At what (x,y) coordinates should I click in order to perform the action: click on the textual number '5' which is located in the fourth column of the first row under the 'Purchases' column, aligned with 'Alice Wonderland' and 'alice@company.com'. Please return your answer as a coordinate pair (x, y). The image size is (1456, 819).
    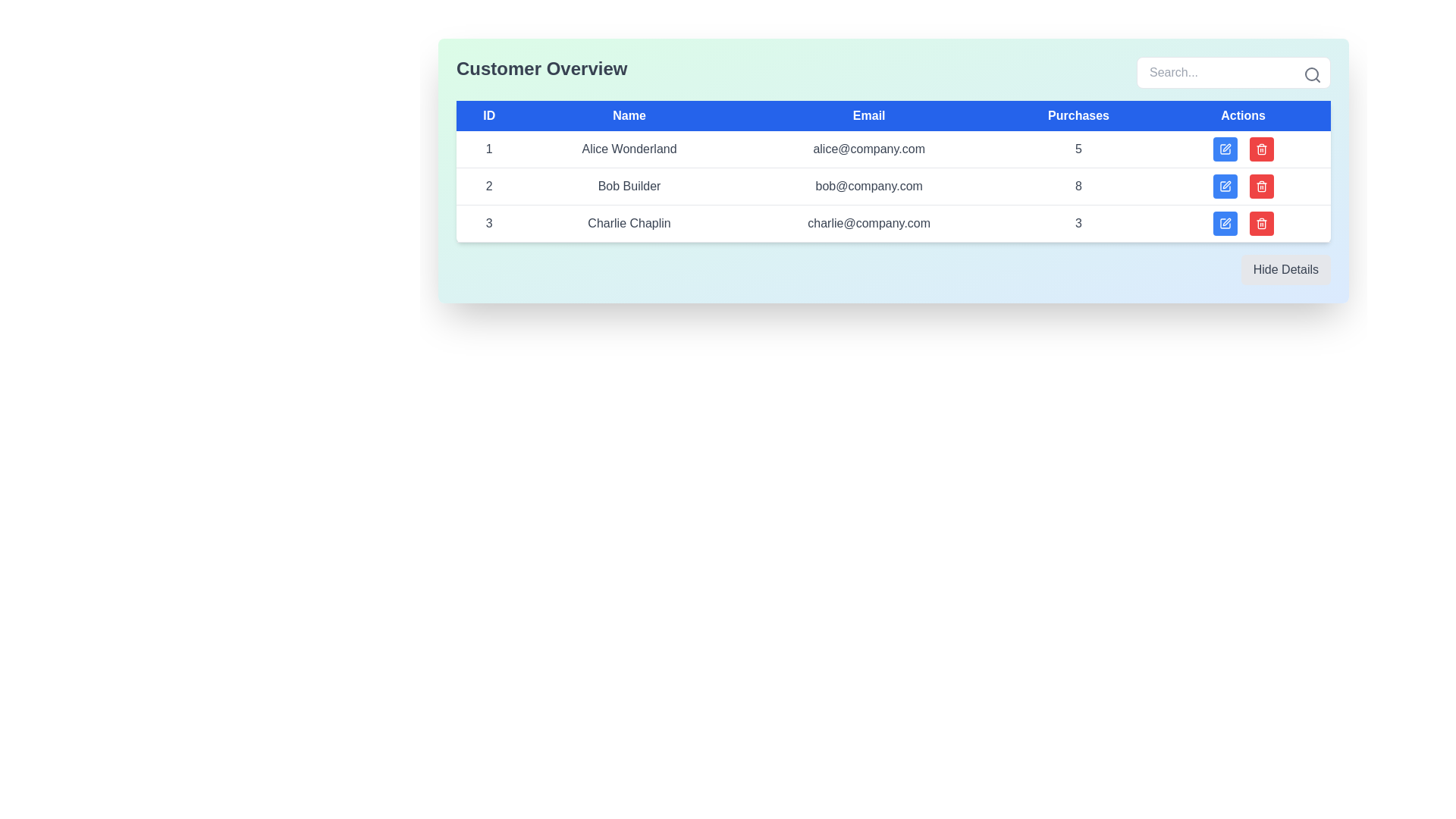
    Looking at the image, I should click on (1078, 149).